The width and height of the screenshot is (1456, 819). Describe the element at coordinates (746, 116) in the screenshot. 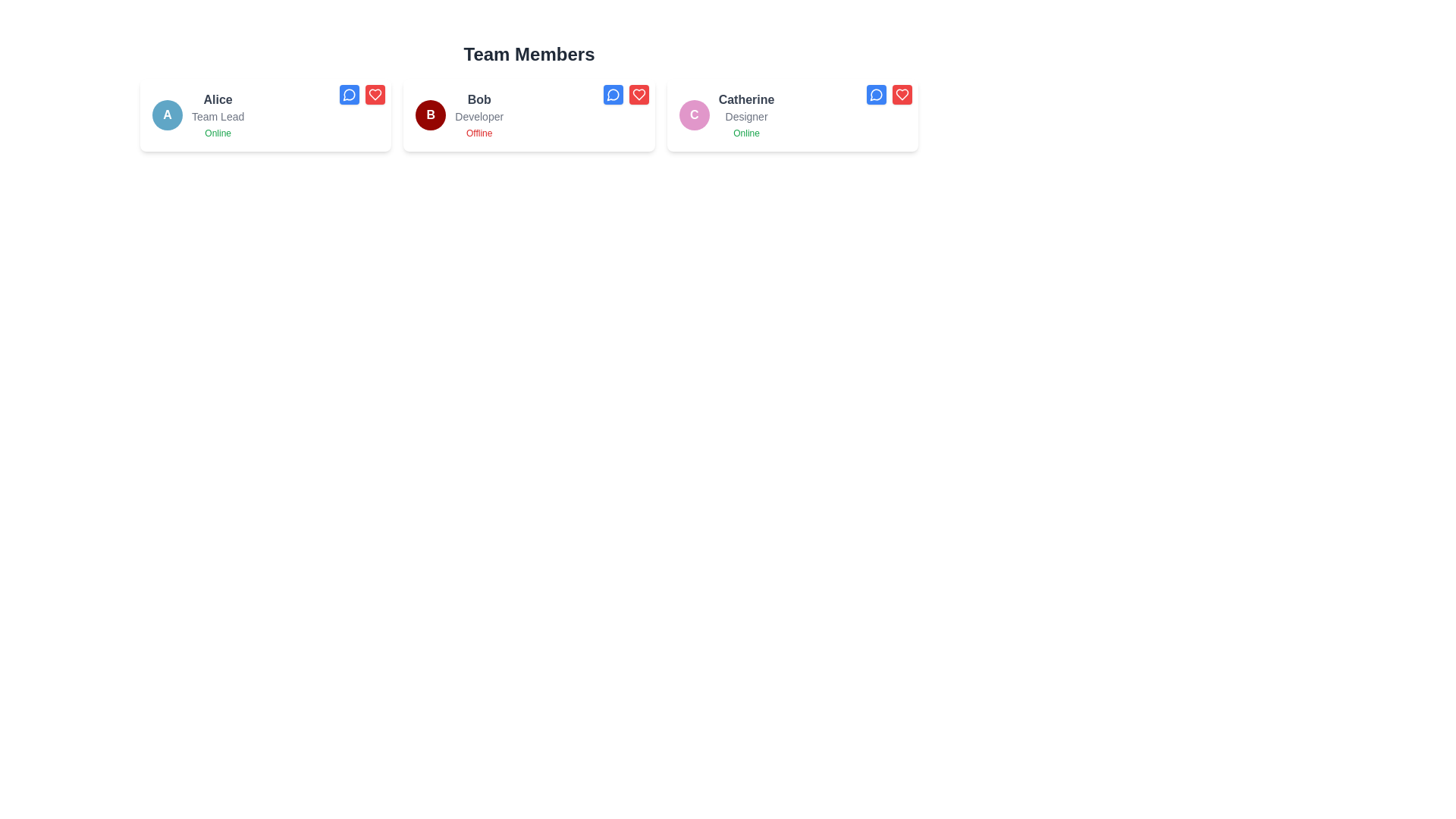

I see `text content of the Text label located on the rightmost profile card in the 'Team Members' row, positioned below 'Catherine' and above 'Online'` at that location.